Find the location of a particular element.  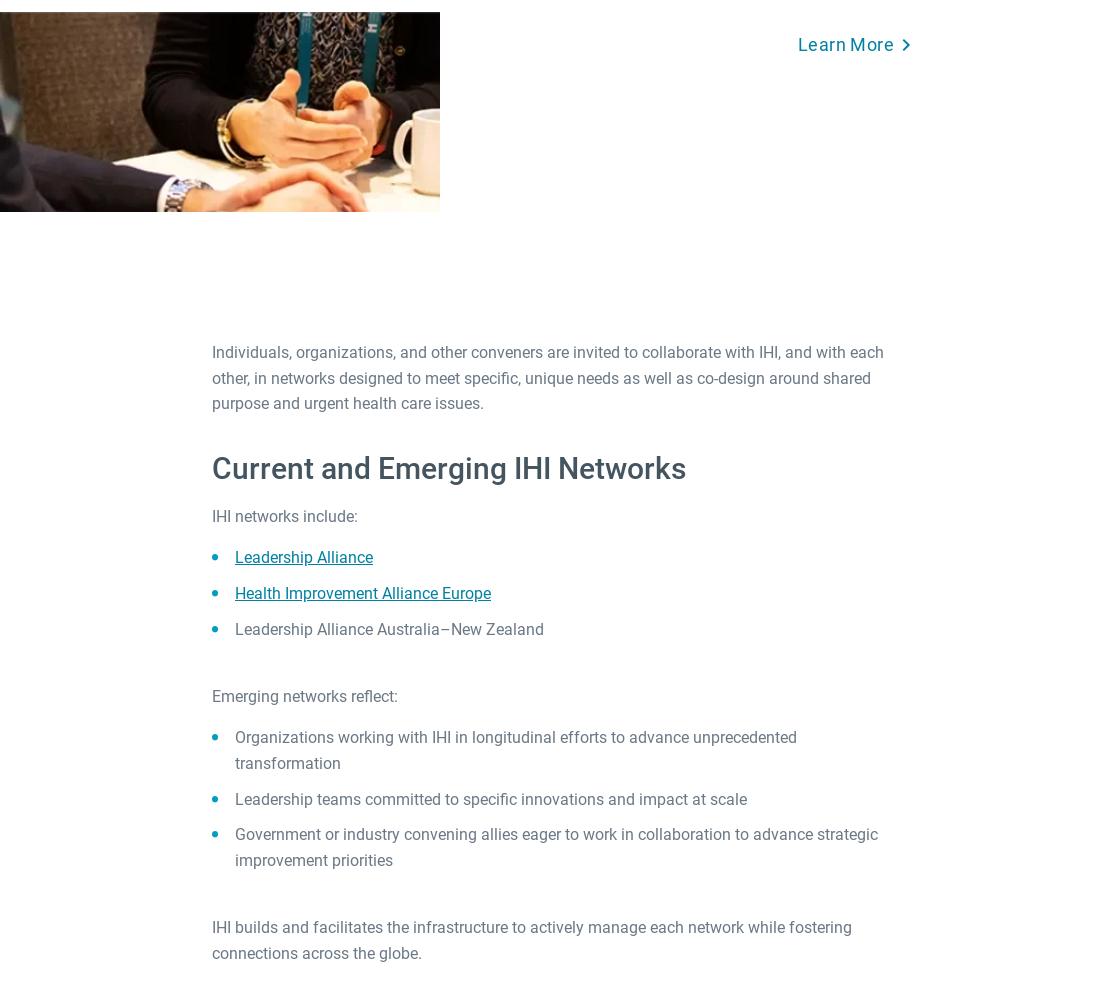

'Learn More' is located at coordinates (845, 43).